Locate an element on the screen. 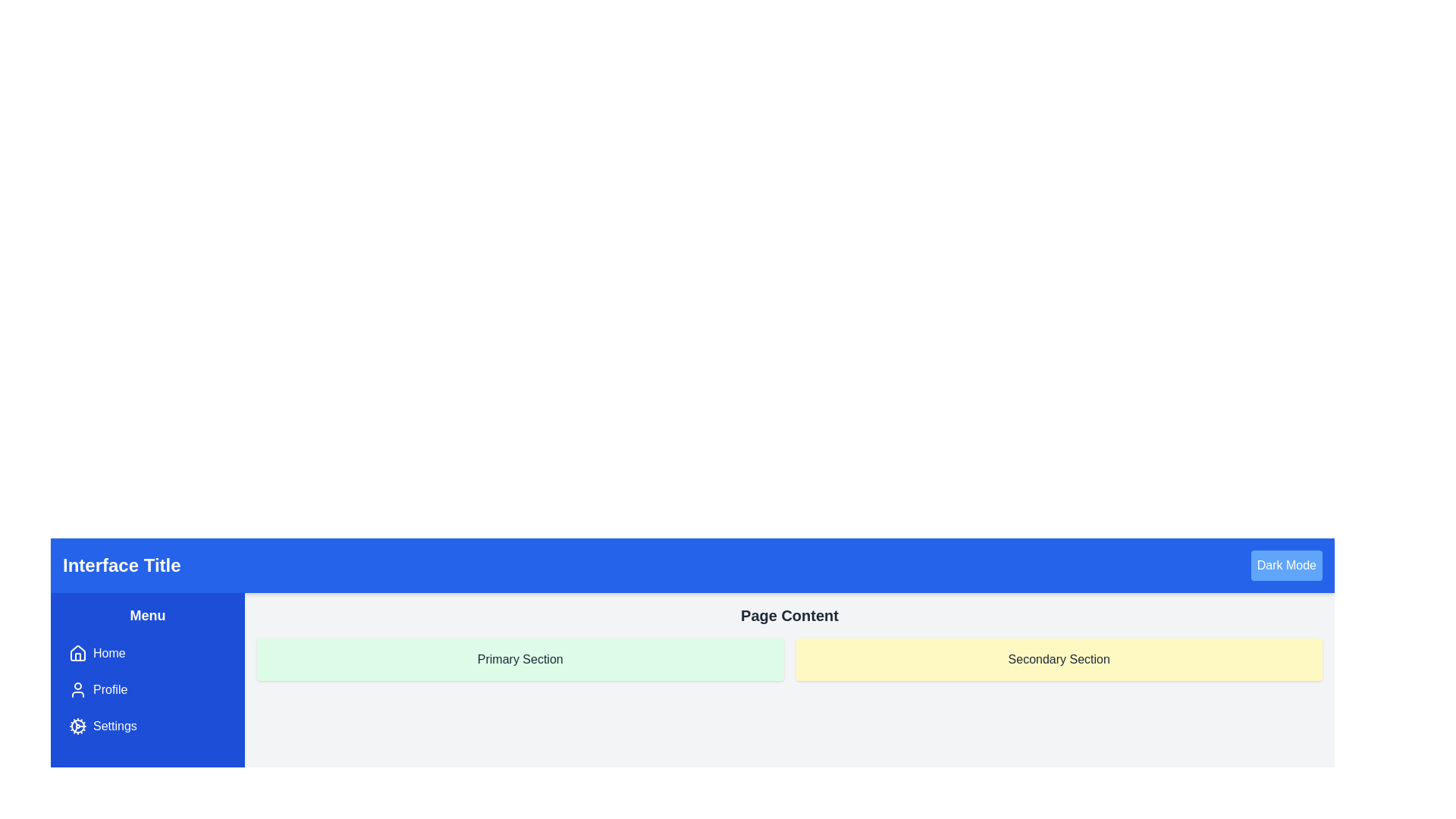 The width and height of the screenshot is (1456, 819). the theme switcher button located at the top-right corner of the interface is located at coordinates (1285, 565).